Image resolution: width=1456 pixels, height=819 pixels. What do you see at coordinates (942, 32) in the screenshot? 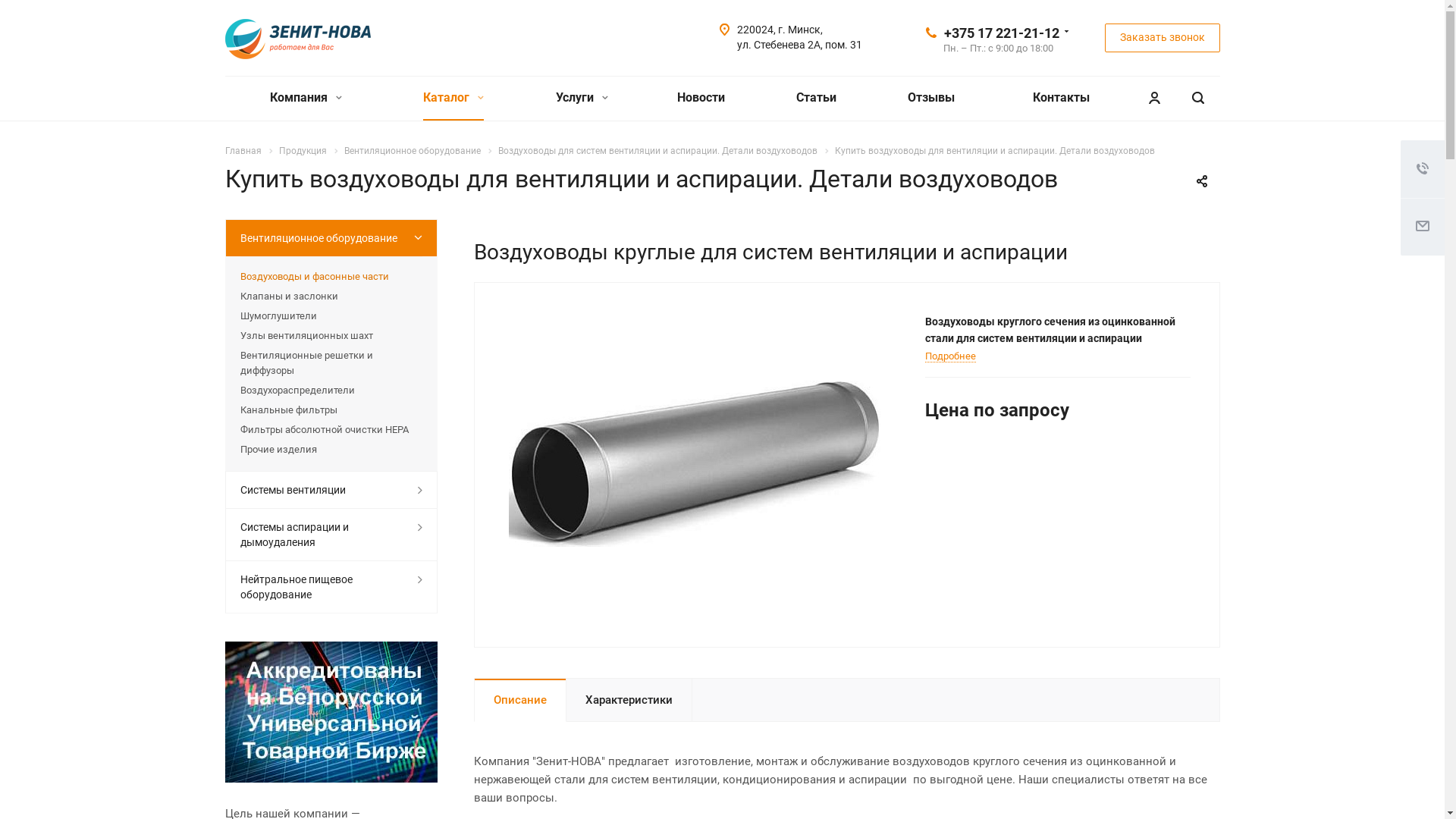
I see `'+375 17 221-21-12'` at bounding box center [942, 32].